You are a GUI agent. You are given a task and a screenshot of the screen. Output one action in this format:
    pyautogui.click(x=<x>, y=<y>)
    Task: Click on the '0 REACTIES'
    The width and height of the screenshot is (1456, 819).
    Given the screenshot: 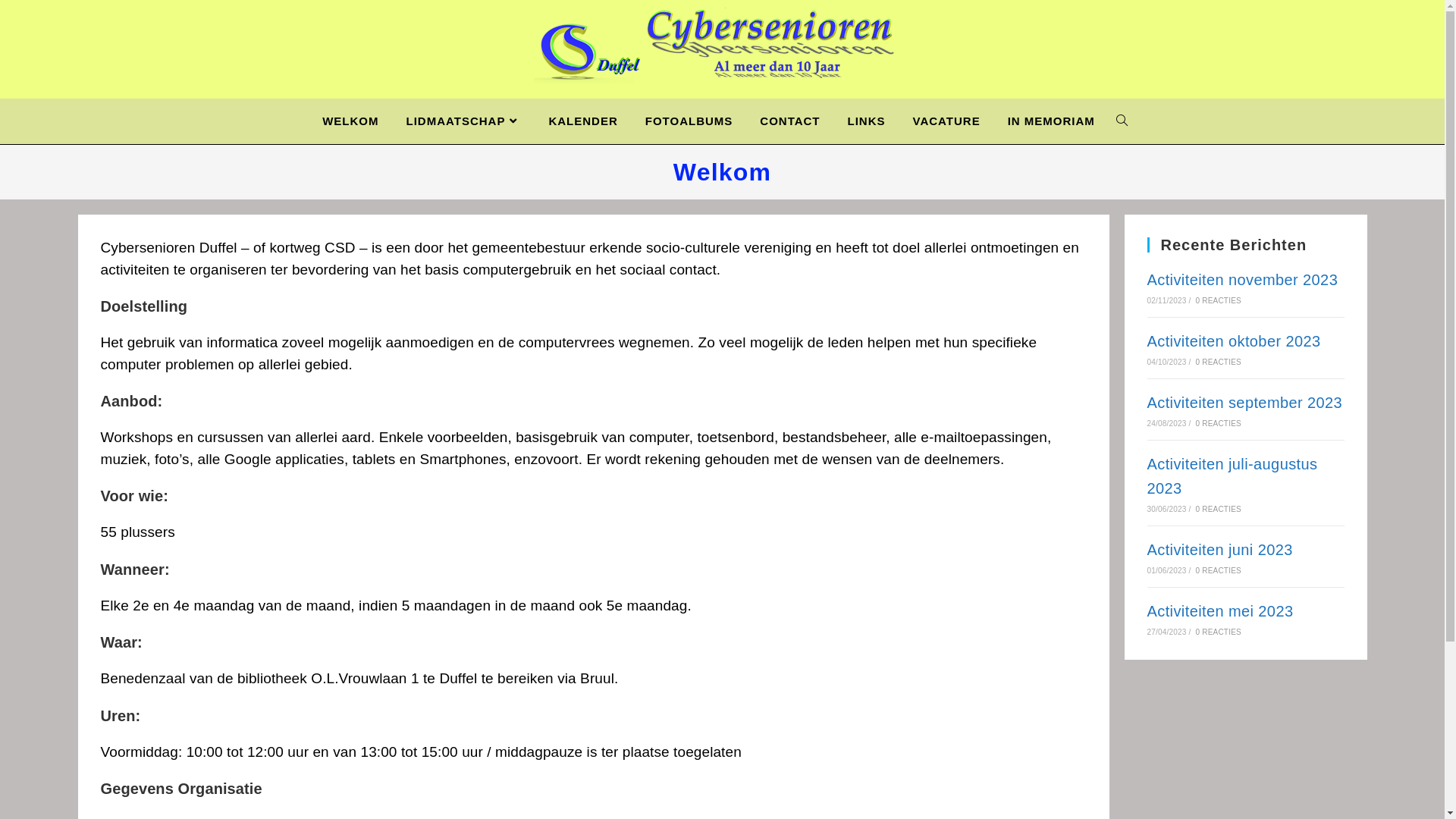 What is the action you would take?
    pyautogui.click(x=1219, y=632)
    